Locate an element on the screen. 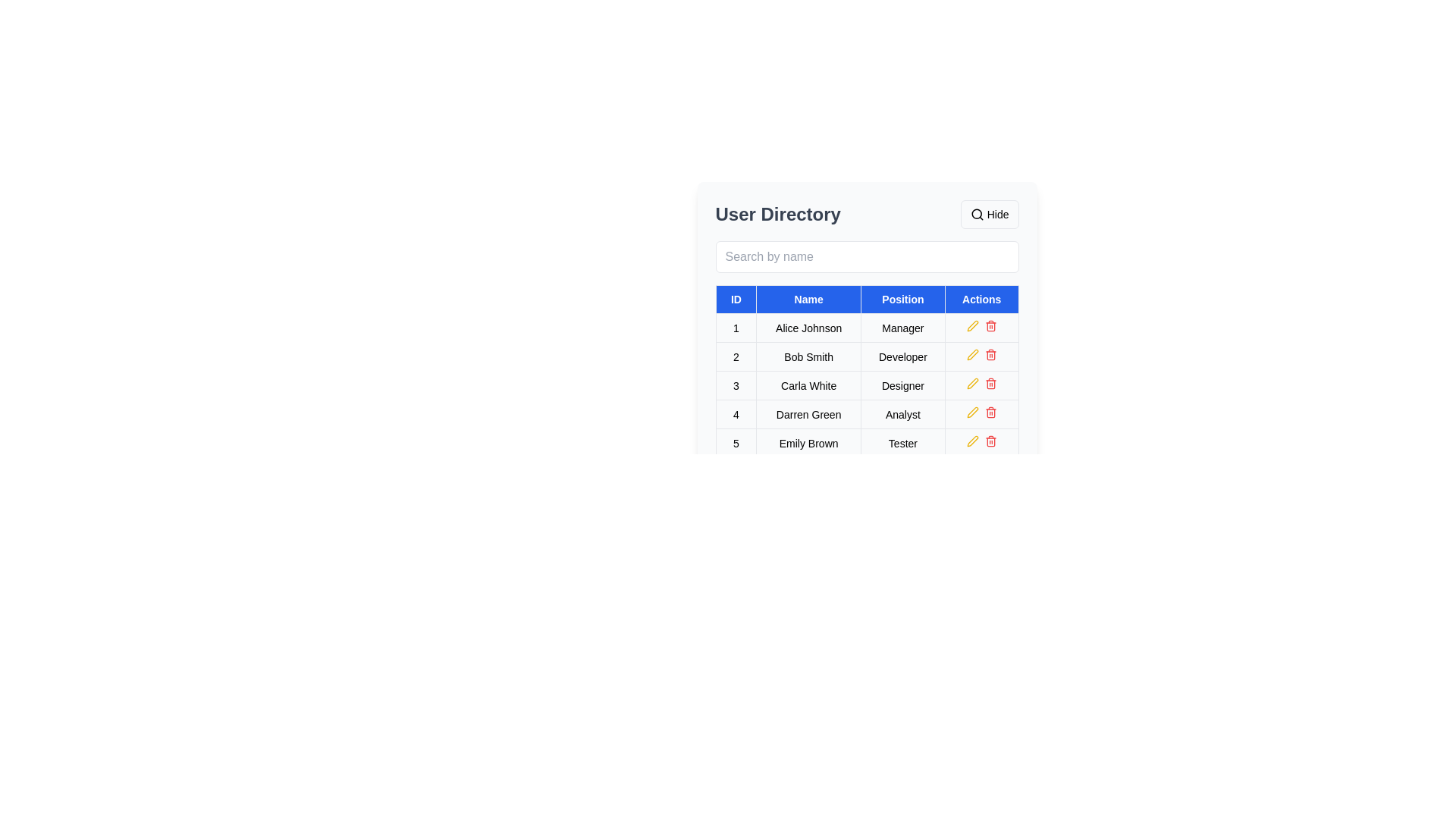 The height and width of the screenshot is (819, 1456). the second row of the 'User Directory' interface is located at coordinates (867, 356).